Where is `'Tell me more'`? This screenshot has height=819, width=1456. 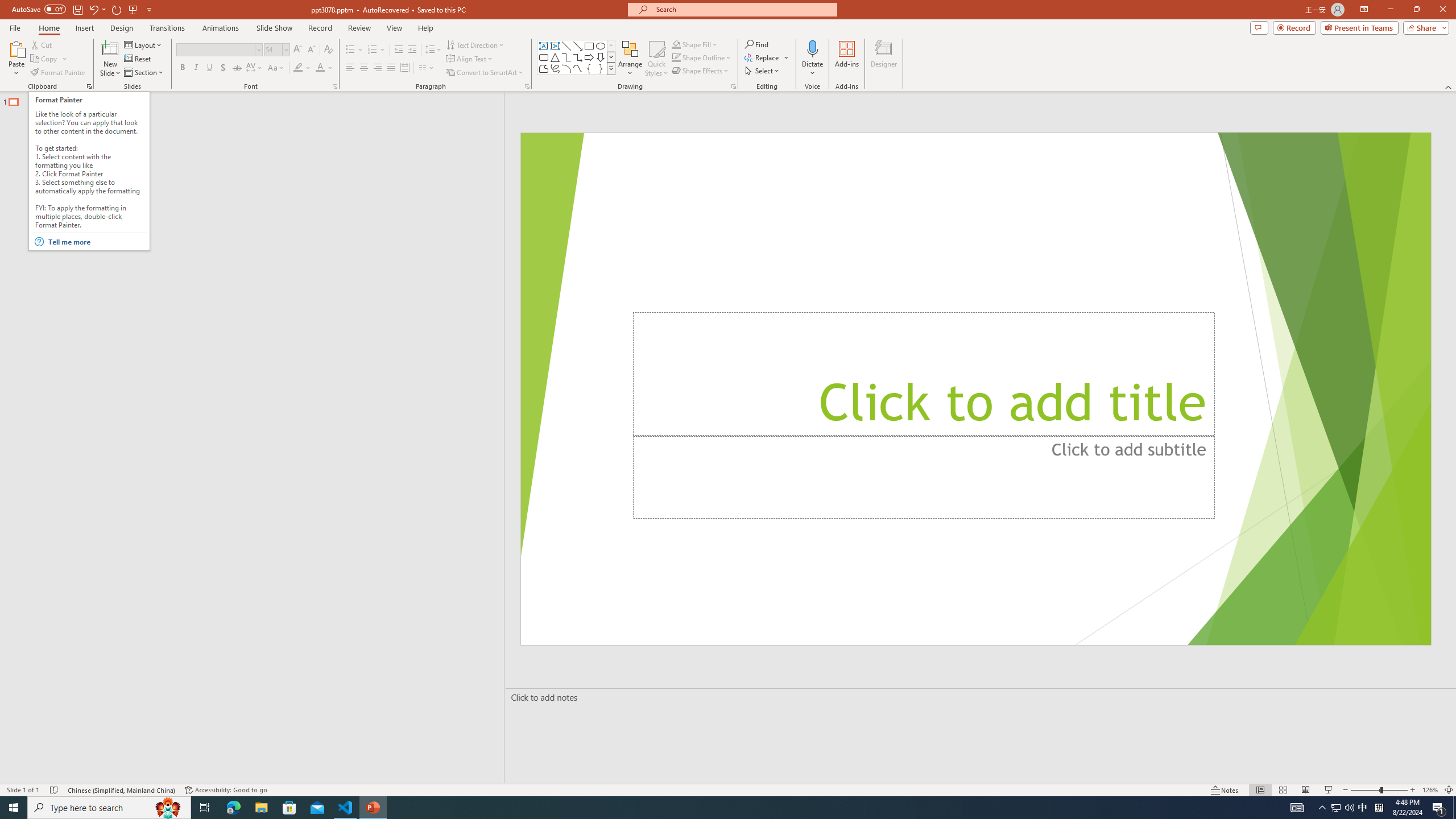
'Tell me more' is located at coordinates (97, 242).